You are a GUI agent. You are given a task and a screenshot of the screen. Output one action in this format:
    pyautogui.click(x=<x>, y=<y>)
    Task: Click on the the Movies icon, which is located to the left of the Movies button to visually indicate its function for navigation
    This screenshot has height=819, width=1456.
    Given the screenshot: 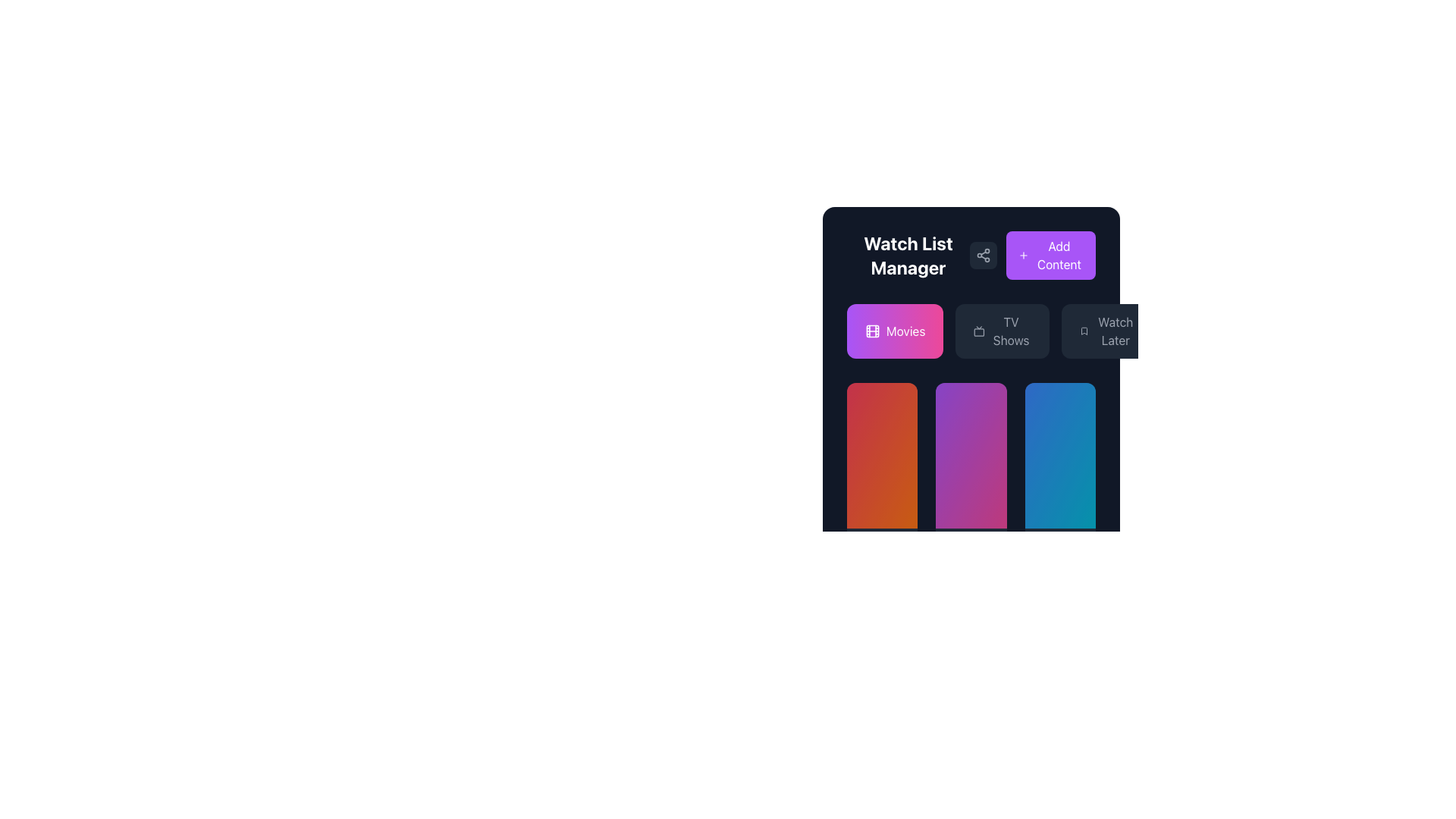 What is the action you would take?
    pyautogui.click(x=873, y=330)
    